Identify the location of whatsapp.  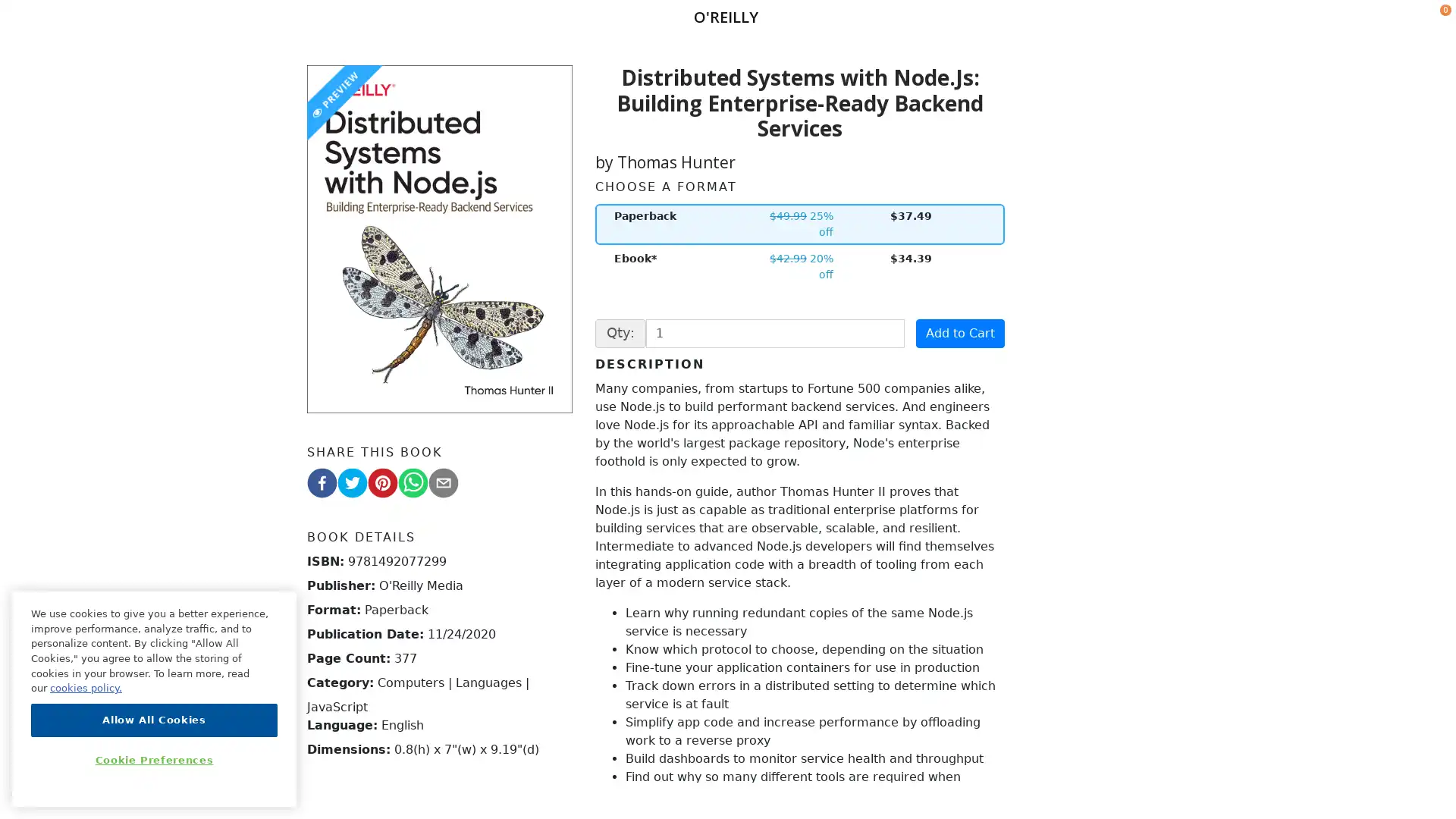
(413, 482).